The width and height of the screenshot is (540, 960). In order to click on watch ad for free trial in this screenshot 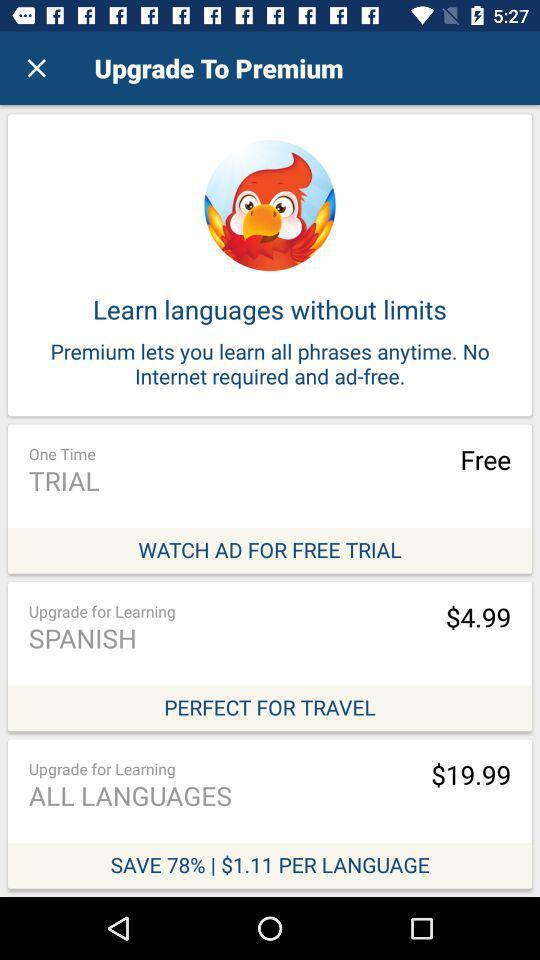, I will do `click(270, 498)`.